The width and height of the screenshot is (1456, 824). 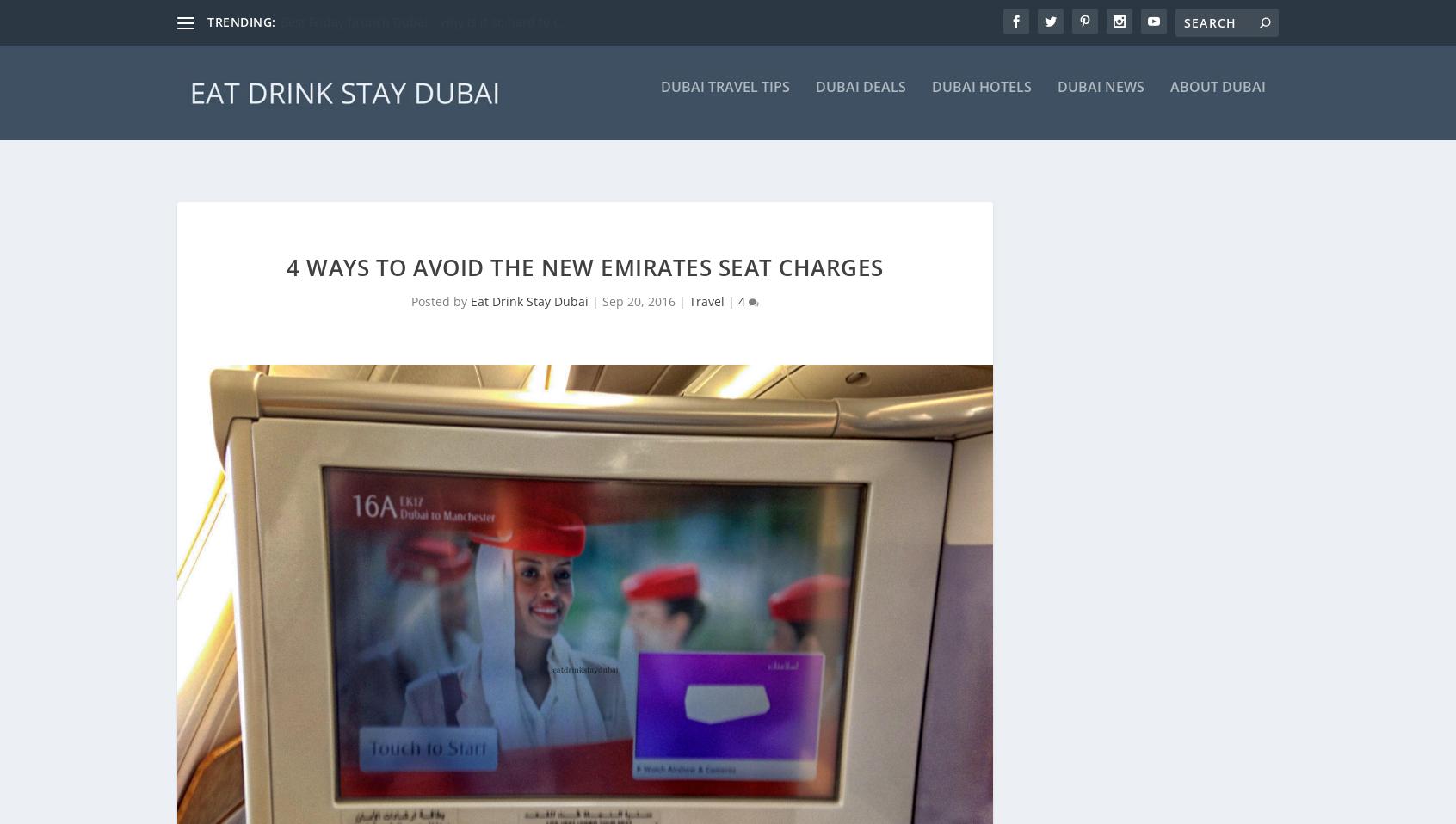 What do you see at coordinates (1100, 98) in the screenshot?
I see `'Dubai News'` at bounding box center [1100, 98].